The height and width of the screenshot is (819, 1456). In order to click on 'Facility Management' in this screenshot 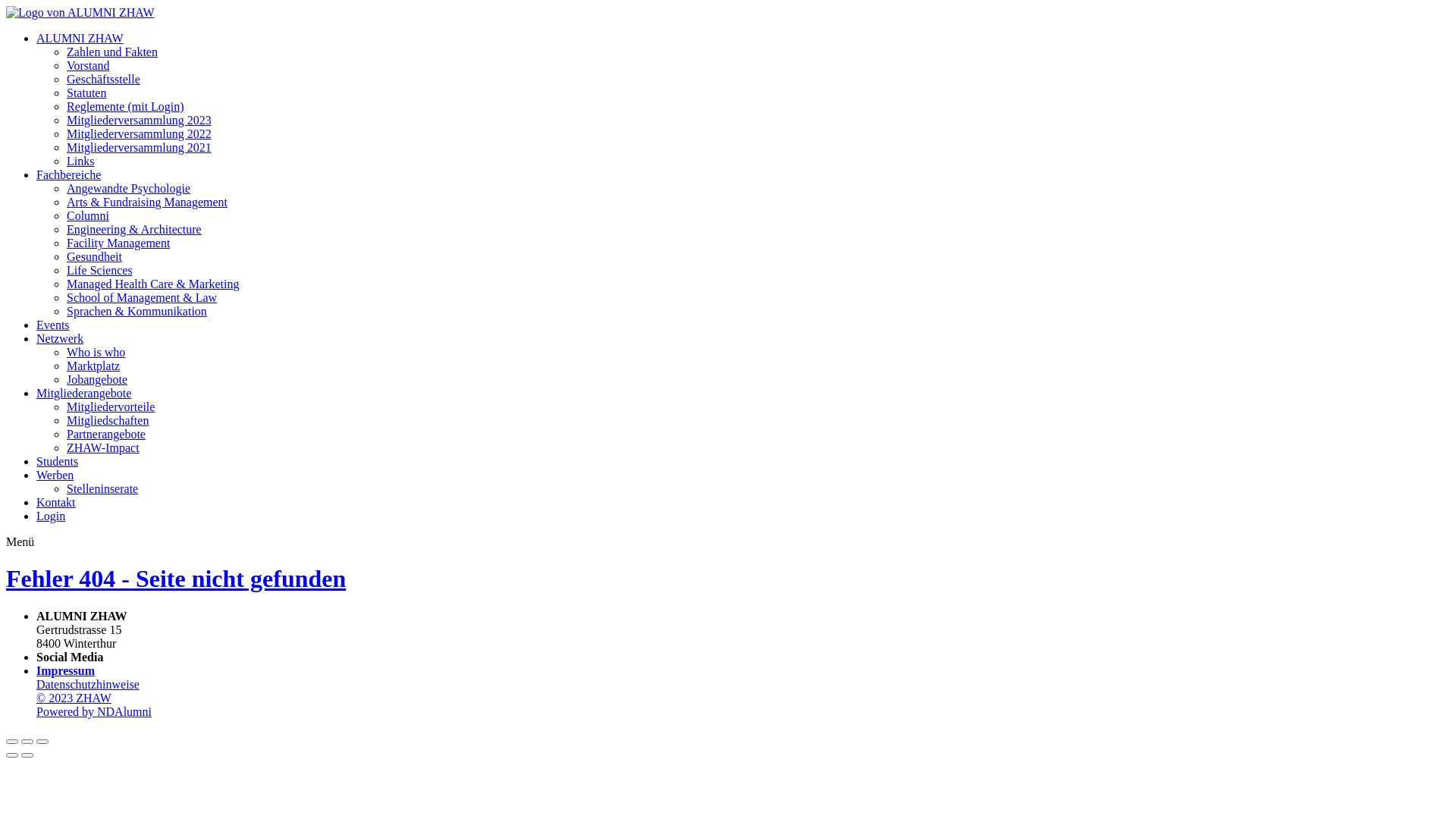, I will do `click(118, 242)`.